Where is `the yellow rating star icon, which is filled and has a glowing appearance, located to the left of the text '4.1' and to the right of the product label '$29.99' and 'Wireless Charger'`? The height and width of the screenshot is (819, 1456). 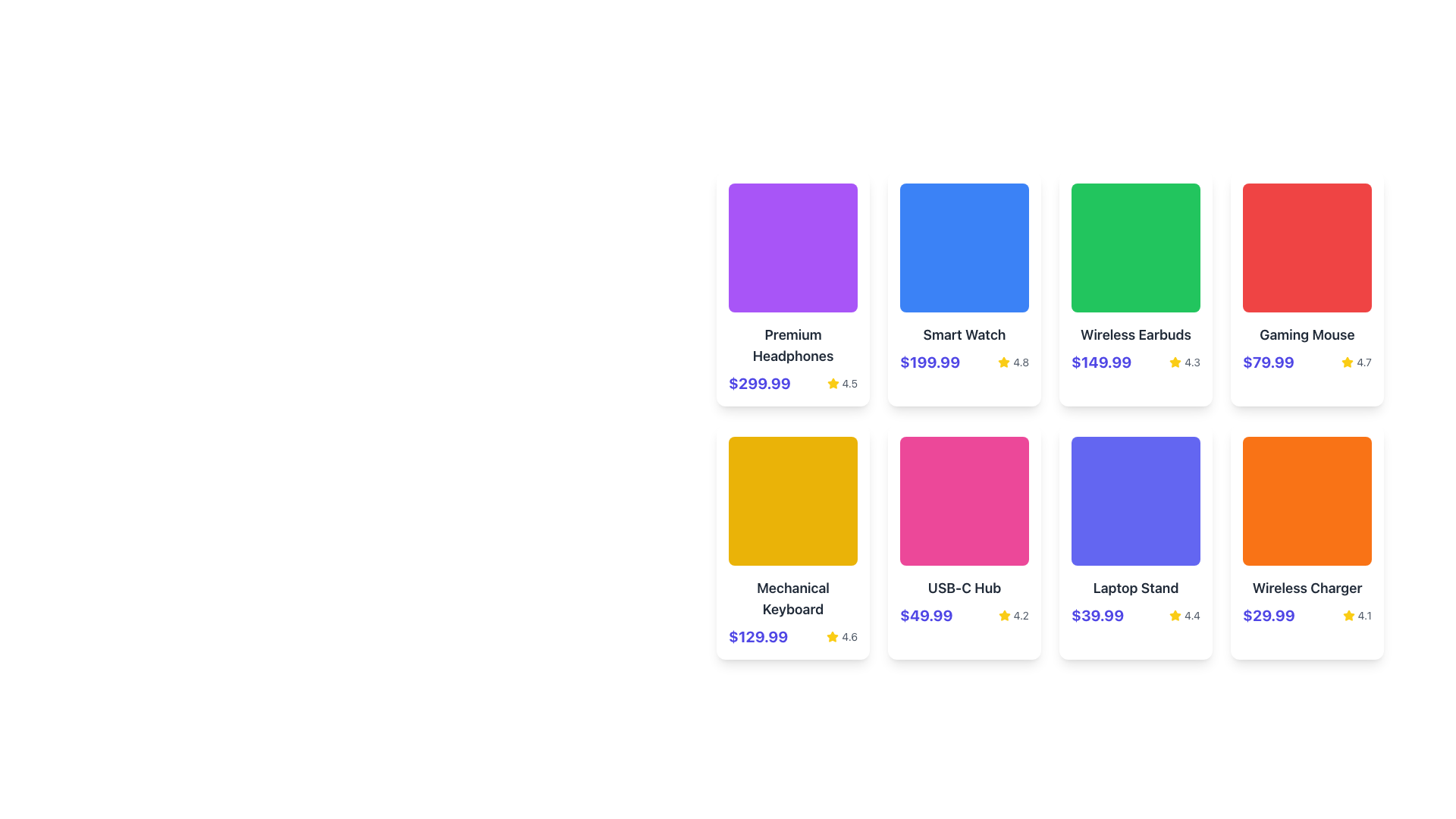
the yellow rating star icon, which is filled and has a glowing appearance, located to the left of the text '4.1' and to the right of the product label '$29.99' and 'Wireless Charger' is located at coordinates (1348, 616).